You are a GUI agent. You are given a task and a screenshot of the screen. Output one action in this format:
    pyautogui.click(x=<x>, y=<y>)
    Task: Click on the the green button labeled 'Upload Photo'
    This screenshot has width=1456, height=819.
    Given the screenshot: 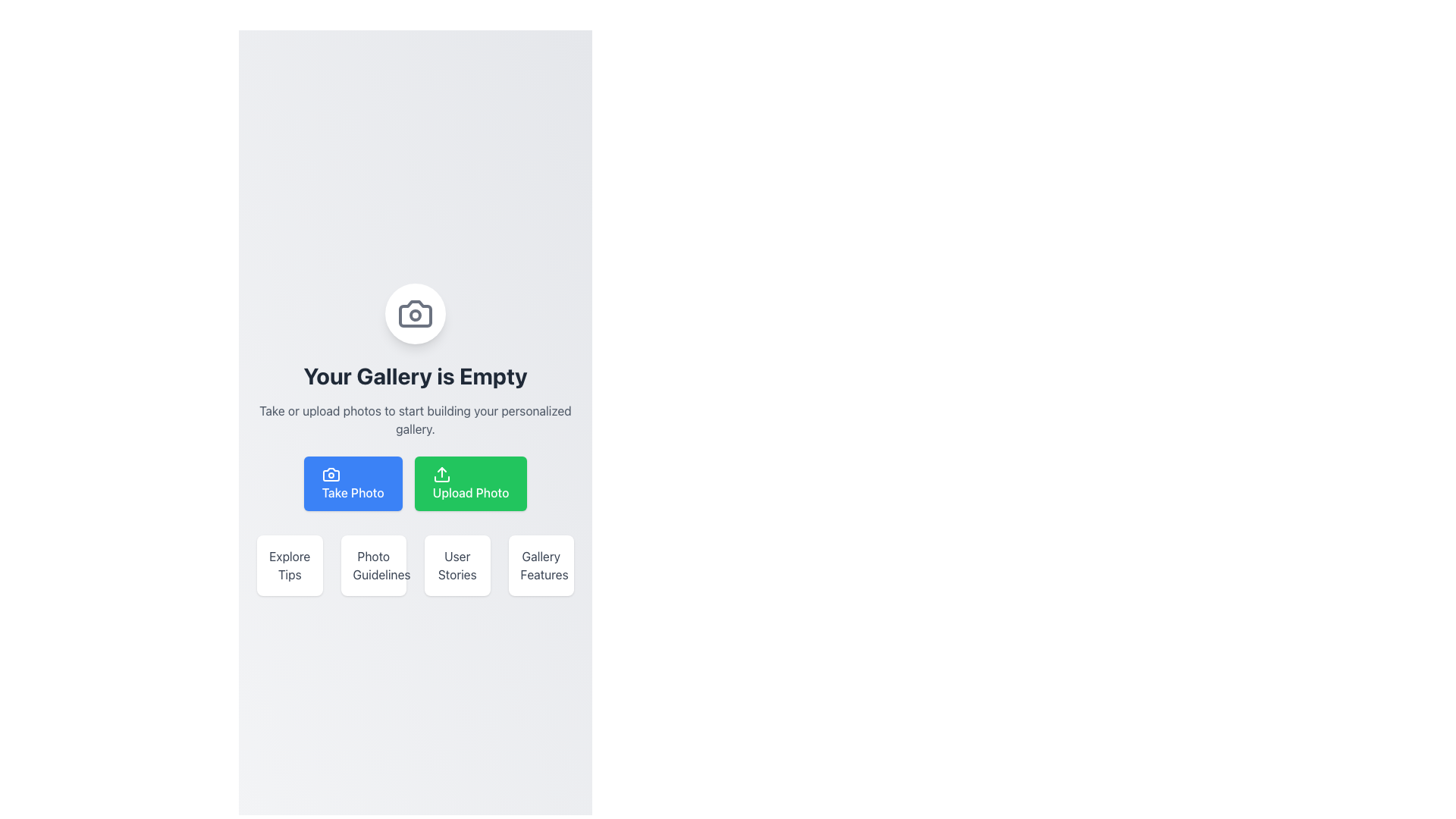 What is the action you would take?
    pyautogui.click(x=441, y=473)
    